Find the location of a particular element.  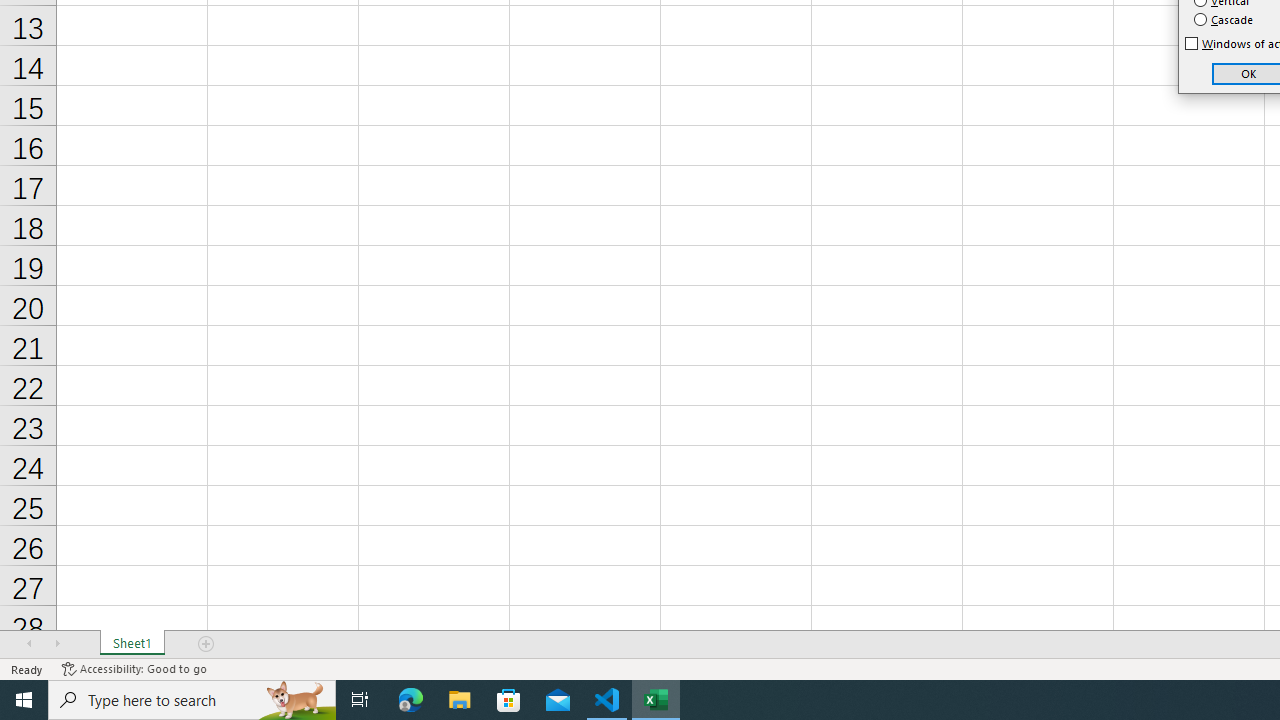

'Microsoft Store' is located at coordinates (509, 698).